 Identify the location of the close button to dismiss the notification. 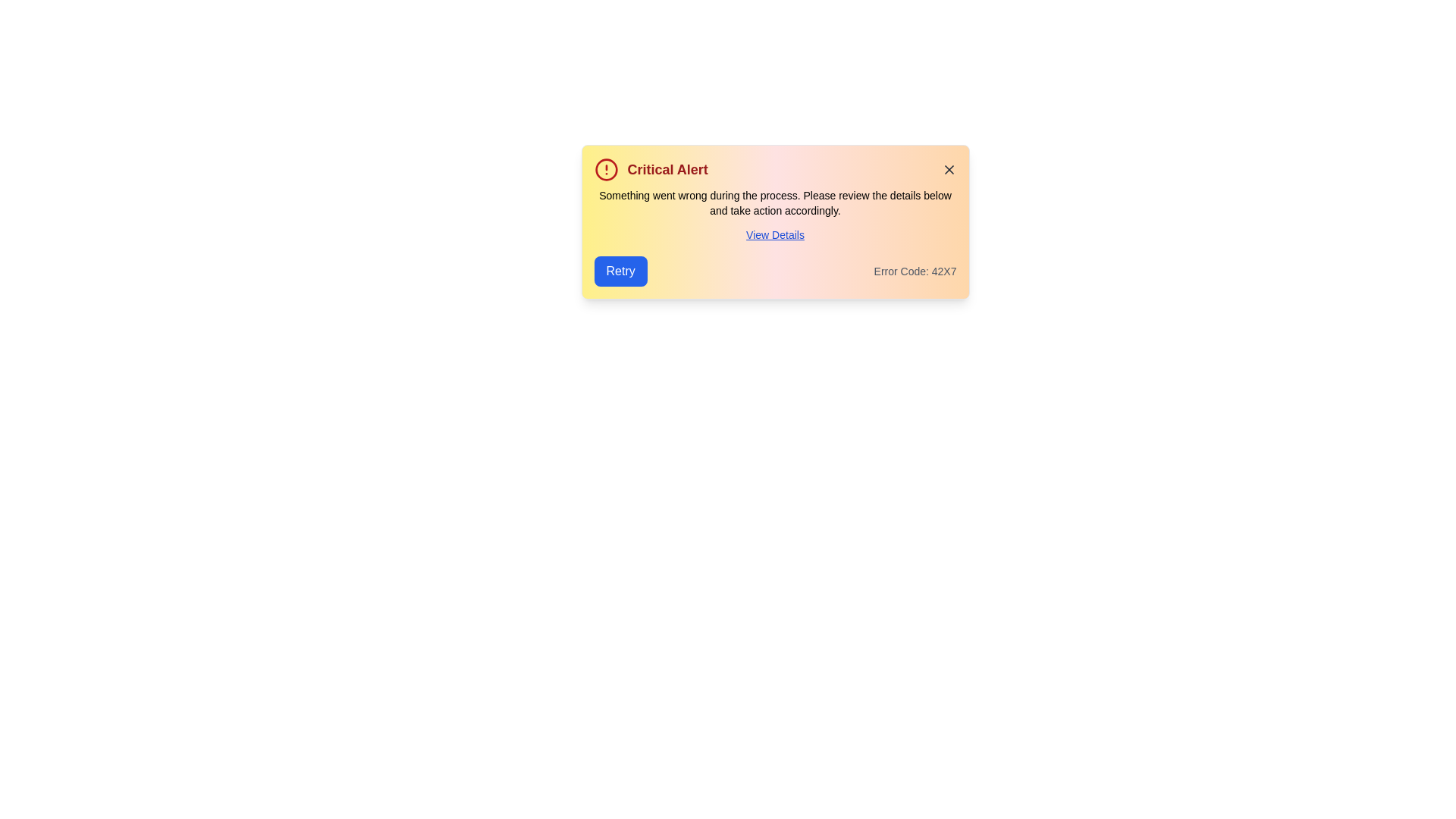
(948, 169).